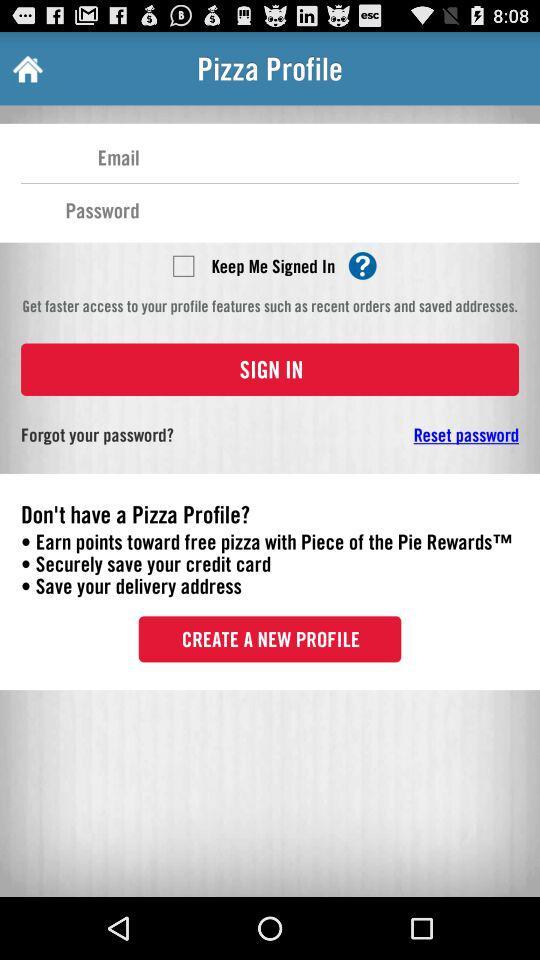 The image size is (540, 960). Describe the element at coordinates (361, 264) in the screenshot. I see `help` at that location.